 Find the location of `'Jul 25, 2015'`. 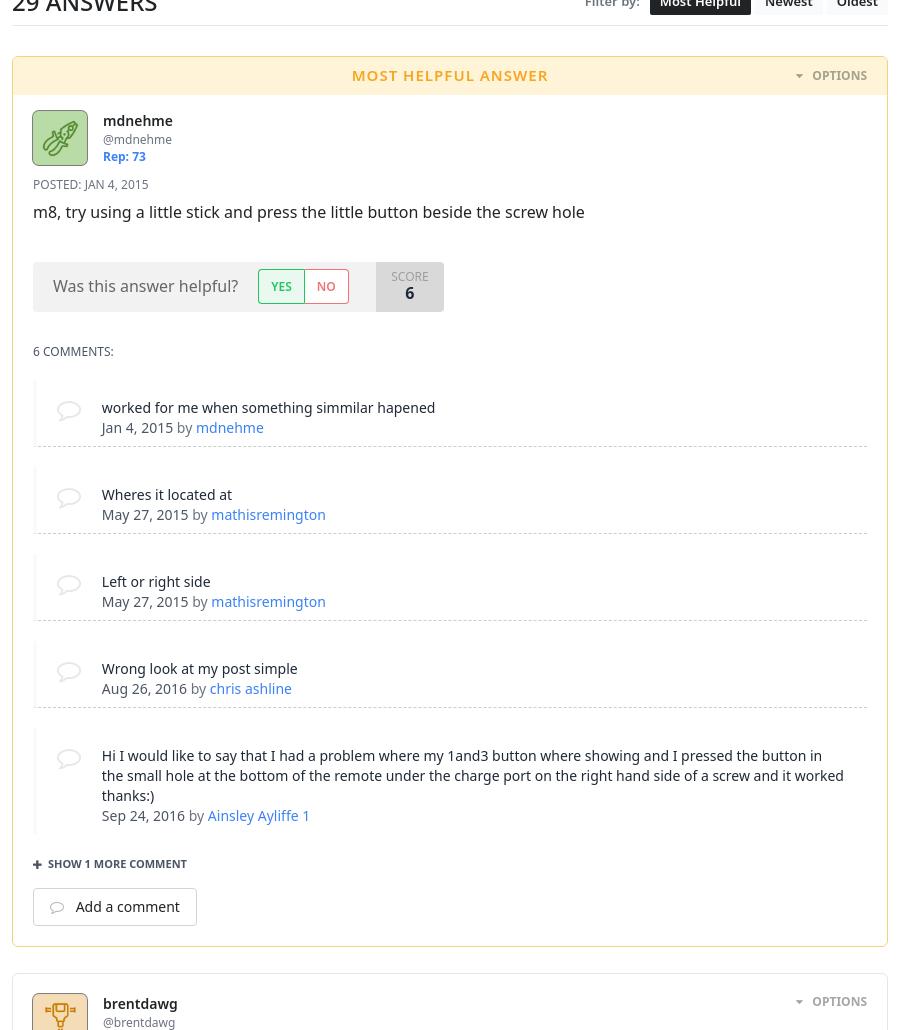

'Jul 25, 2015' is located at coordinates (134, 374).